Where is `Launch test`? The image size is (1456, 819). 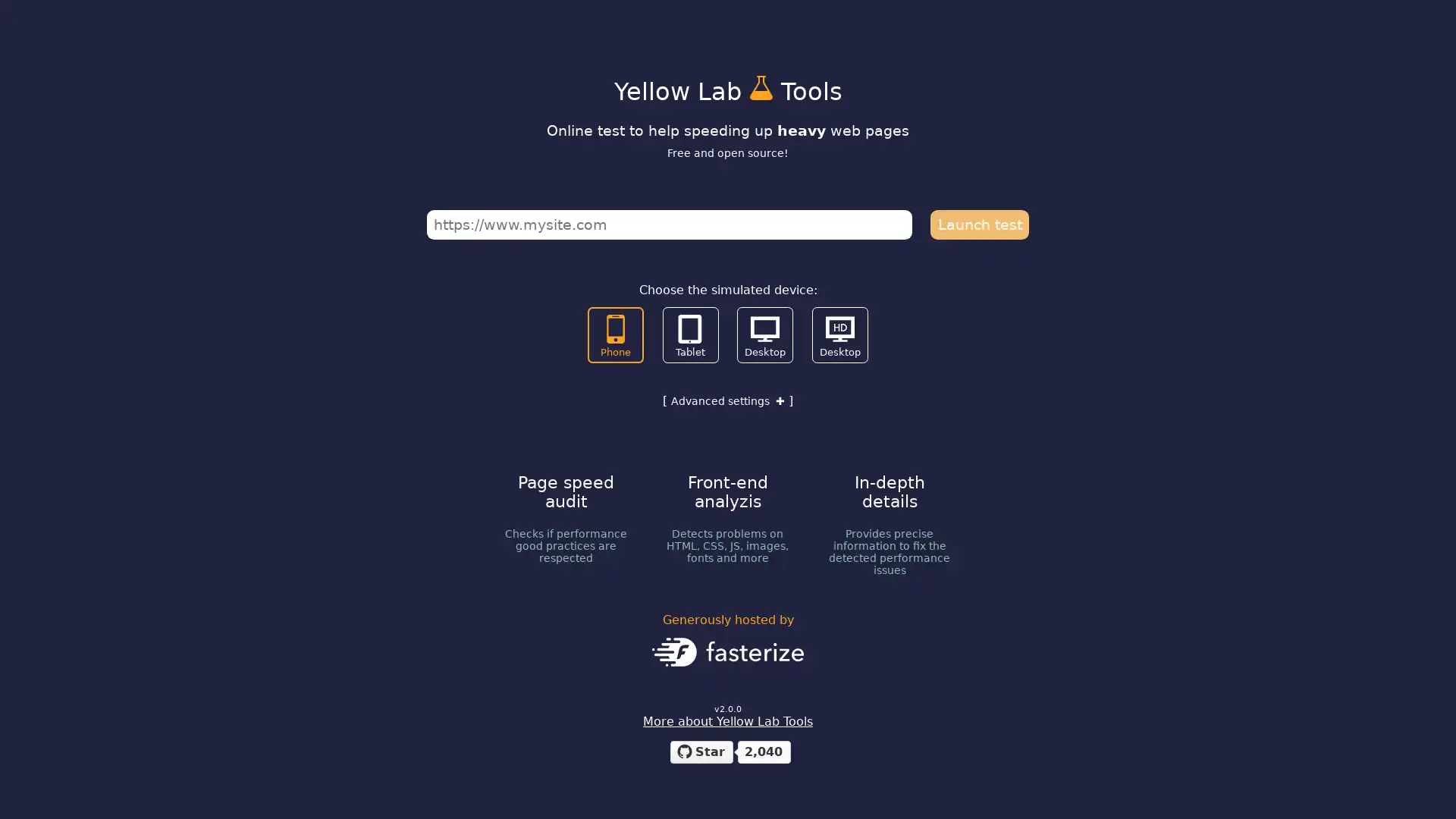 Launch test is located at coordinates (979, 224).